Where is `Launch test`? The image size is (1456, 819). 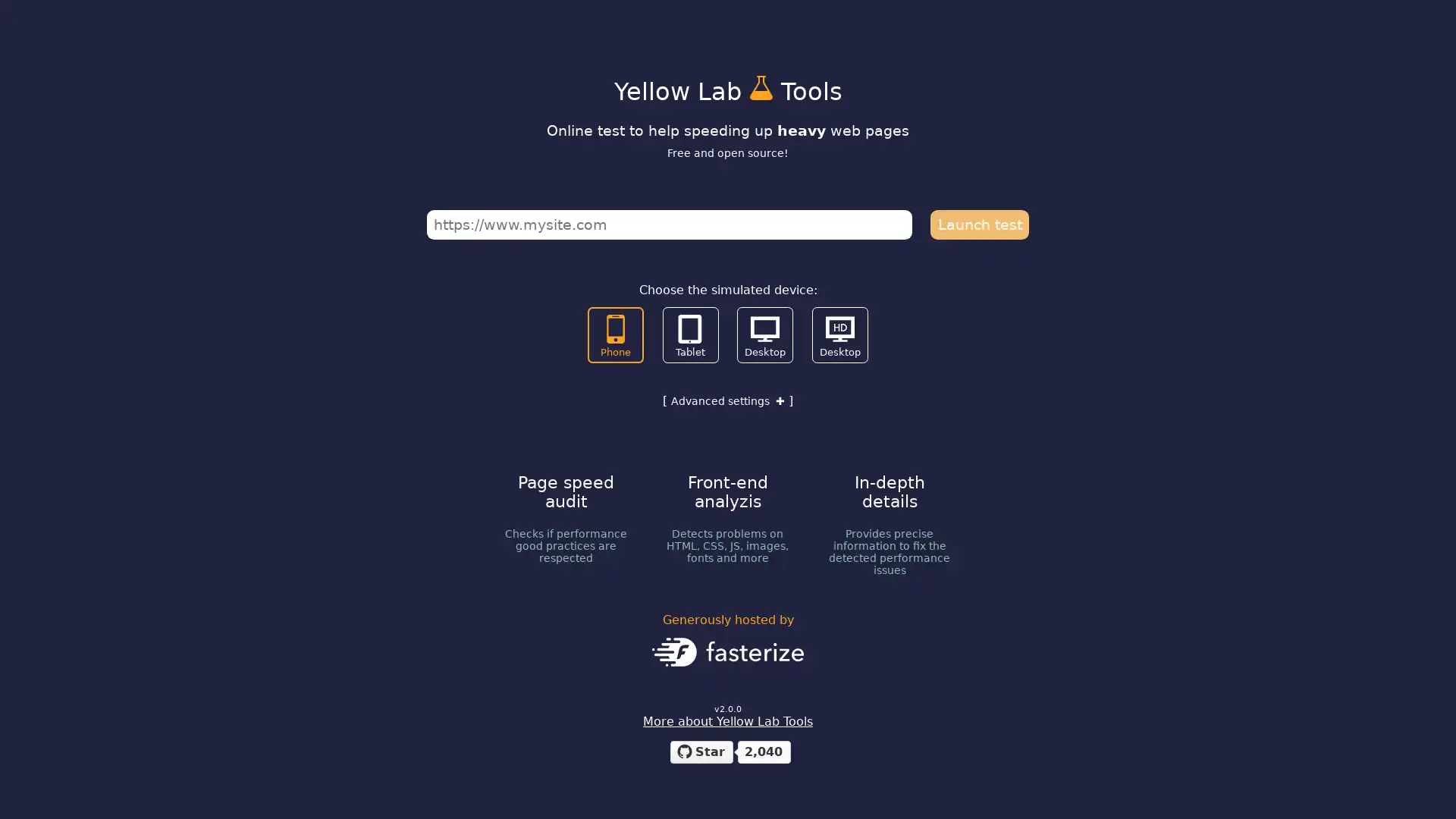 Launch test is located at coordinates (979, 224).